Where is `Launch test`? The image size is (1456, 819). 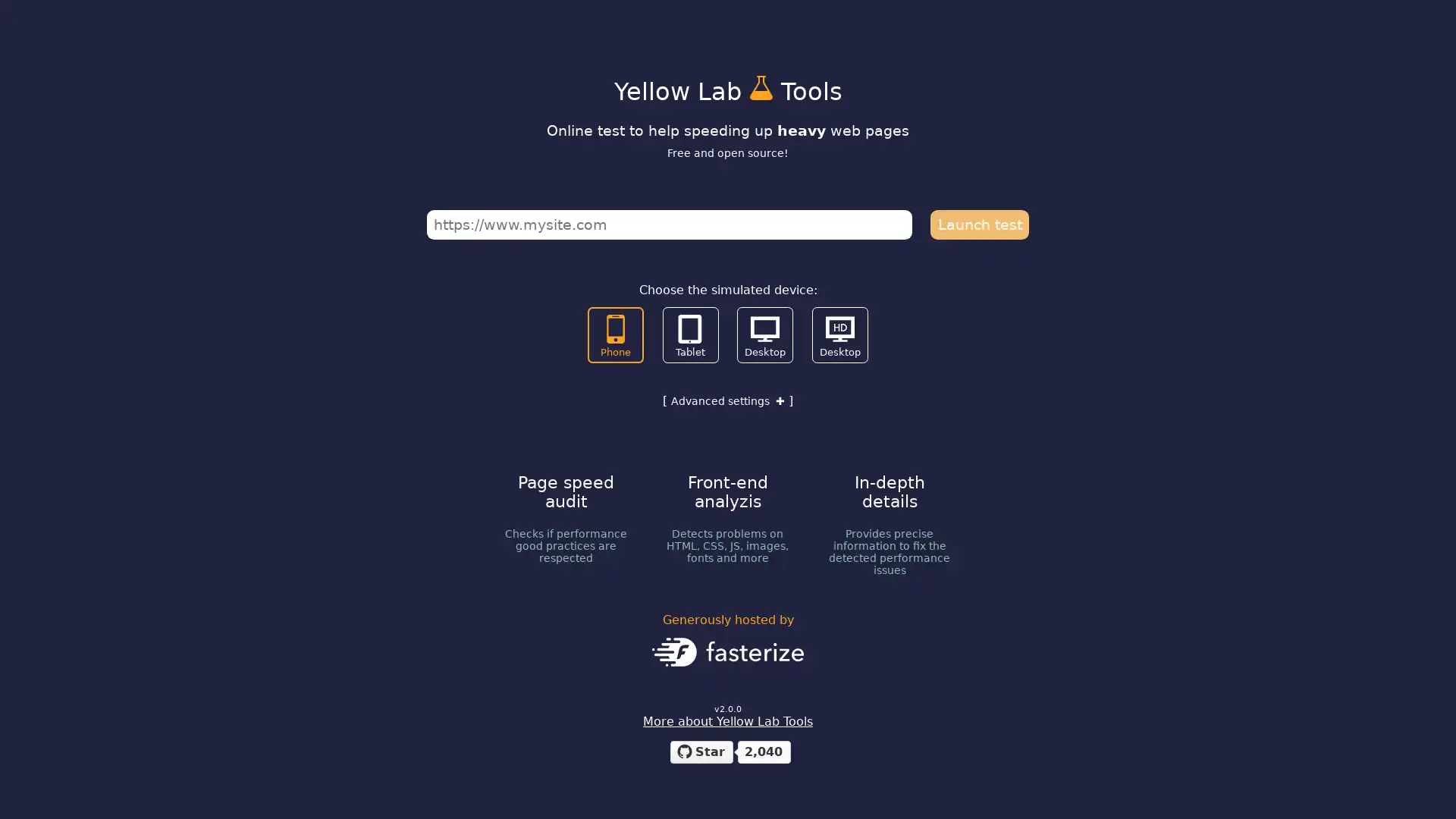 Launch test is located at coordinates (979, 224).